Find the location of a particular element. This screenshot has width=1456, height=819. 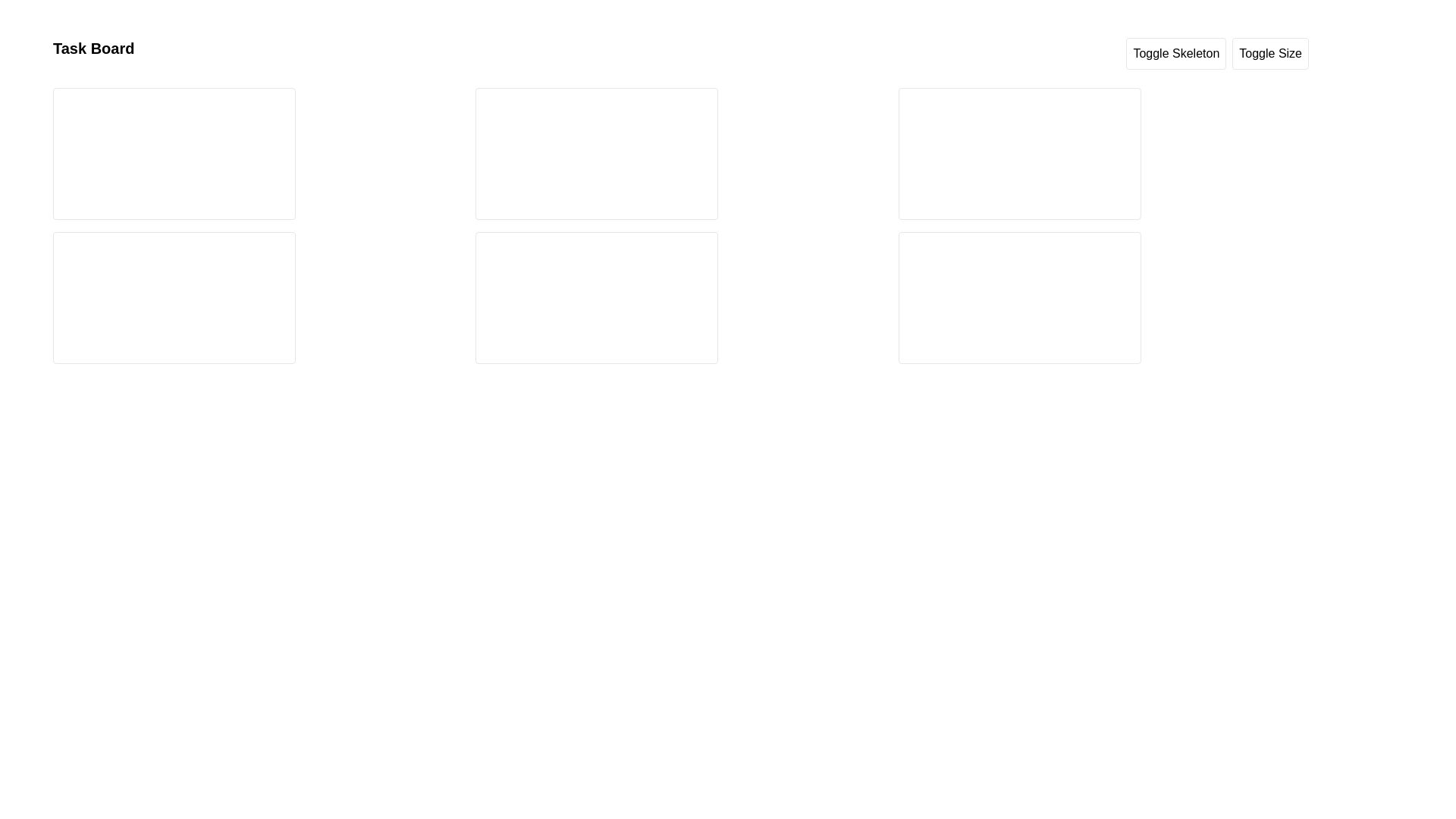

the 'Size' toggle button located in the top-right section of the interface to modify the size setting is located at coordinates (1270, 52).